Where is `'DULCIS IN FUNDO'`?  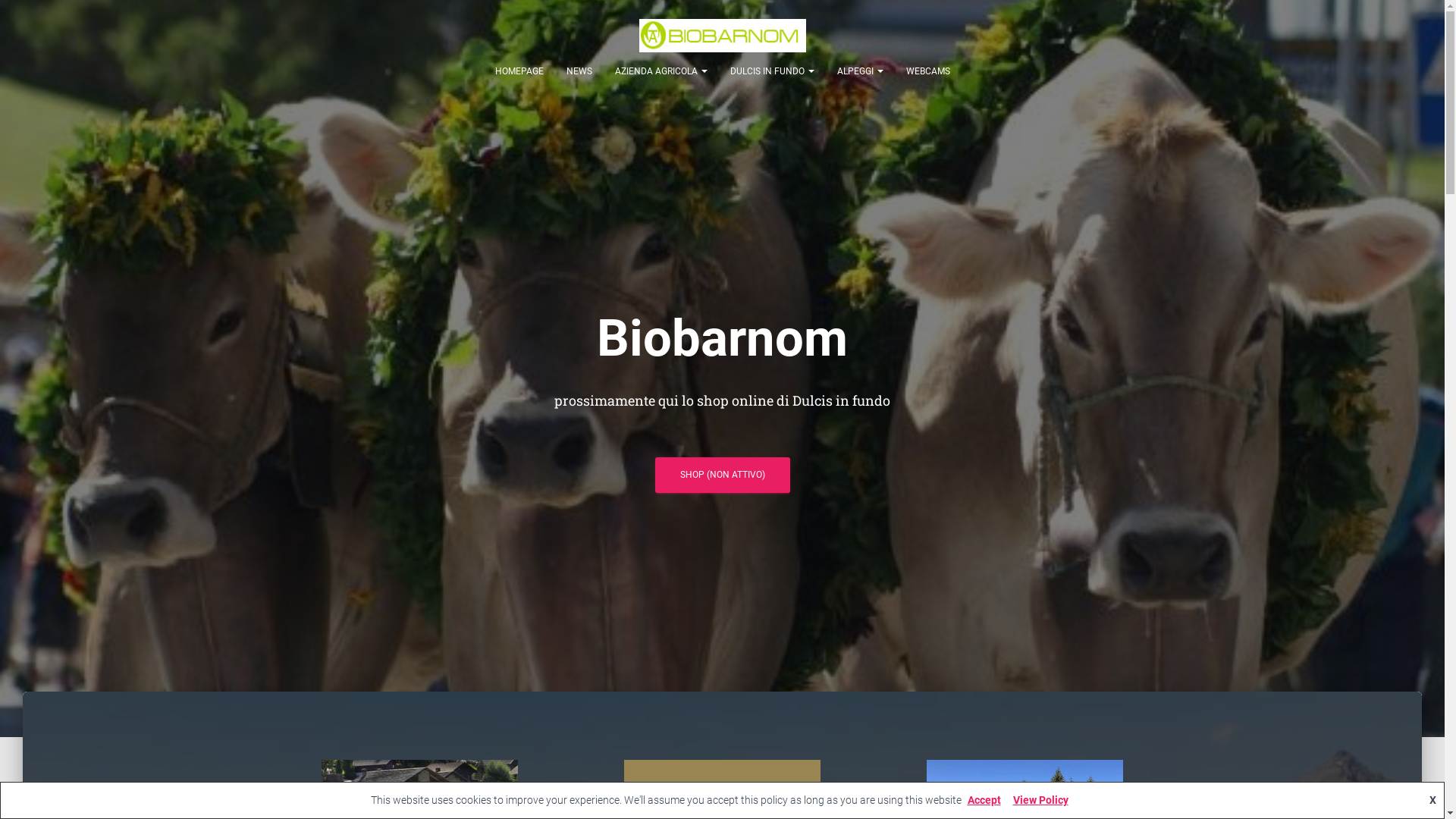
'DULCIS IN FUNDO' is located at coordinates (718, 71).